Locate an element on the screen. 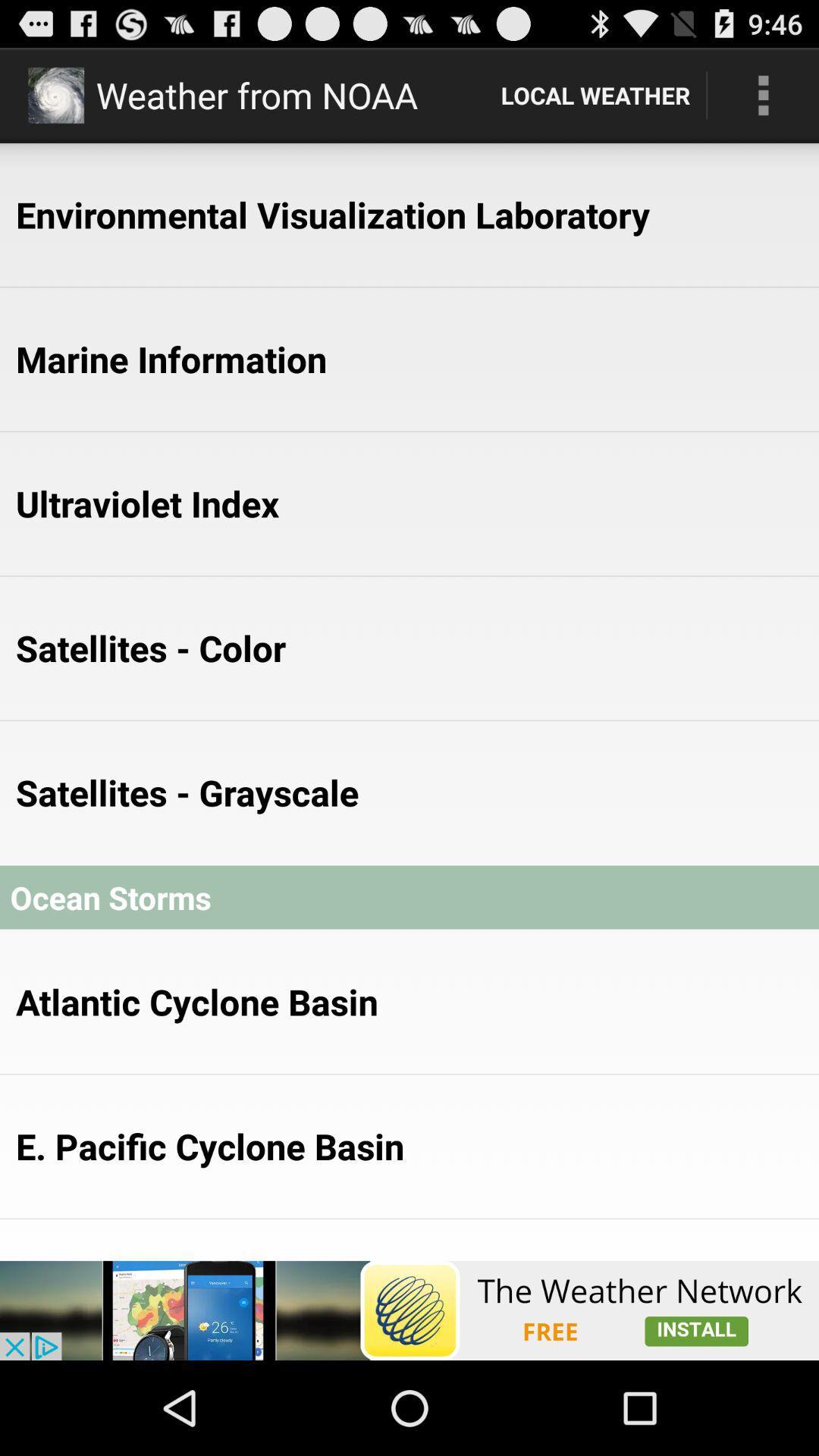  click advertisement is located at coordinates (409, 1310).